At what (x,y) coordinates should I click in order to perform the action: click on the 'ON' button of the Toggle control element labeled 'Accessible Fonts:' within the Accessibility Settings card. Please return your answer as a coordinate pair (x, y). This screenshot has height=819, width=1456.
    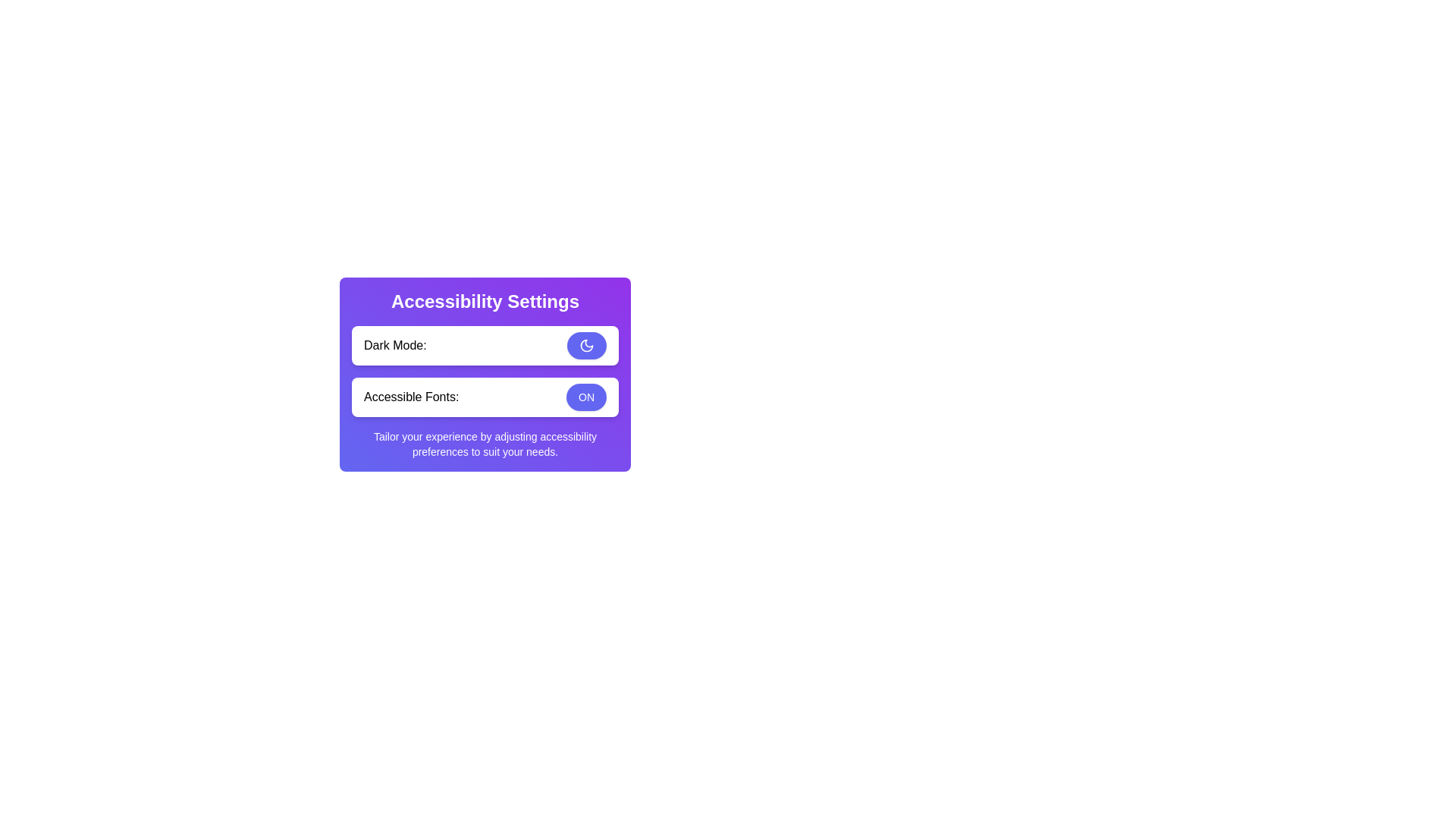
    Looking at the image, I should click on (484, 397).